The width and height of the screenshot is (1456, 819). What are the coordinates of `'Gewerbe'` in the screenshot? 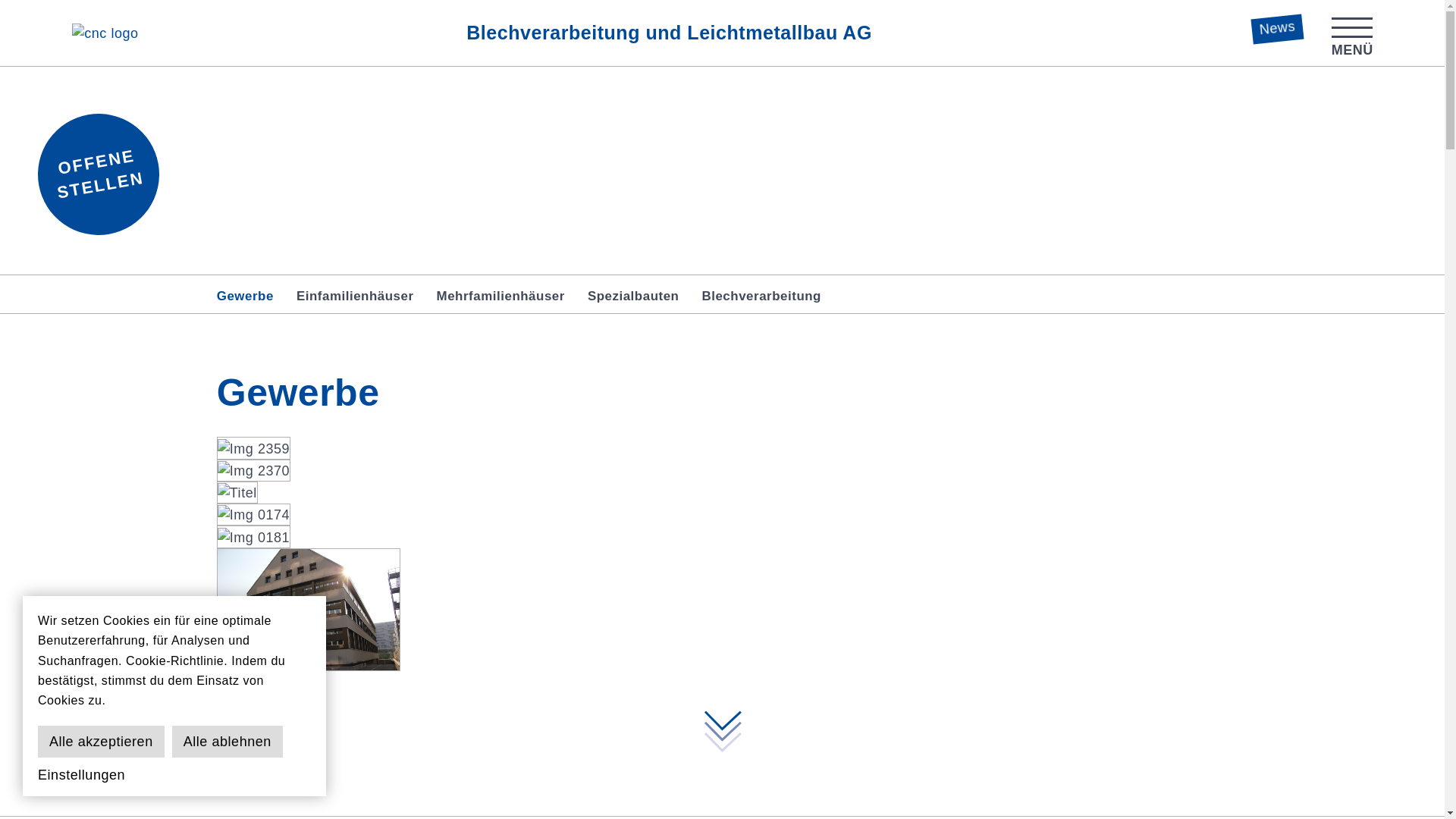 It's located at (245, 296).